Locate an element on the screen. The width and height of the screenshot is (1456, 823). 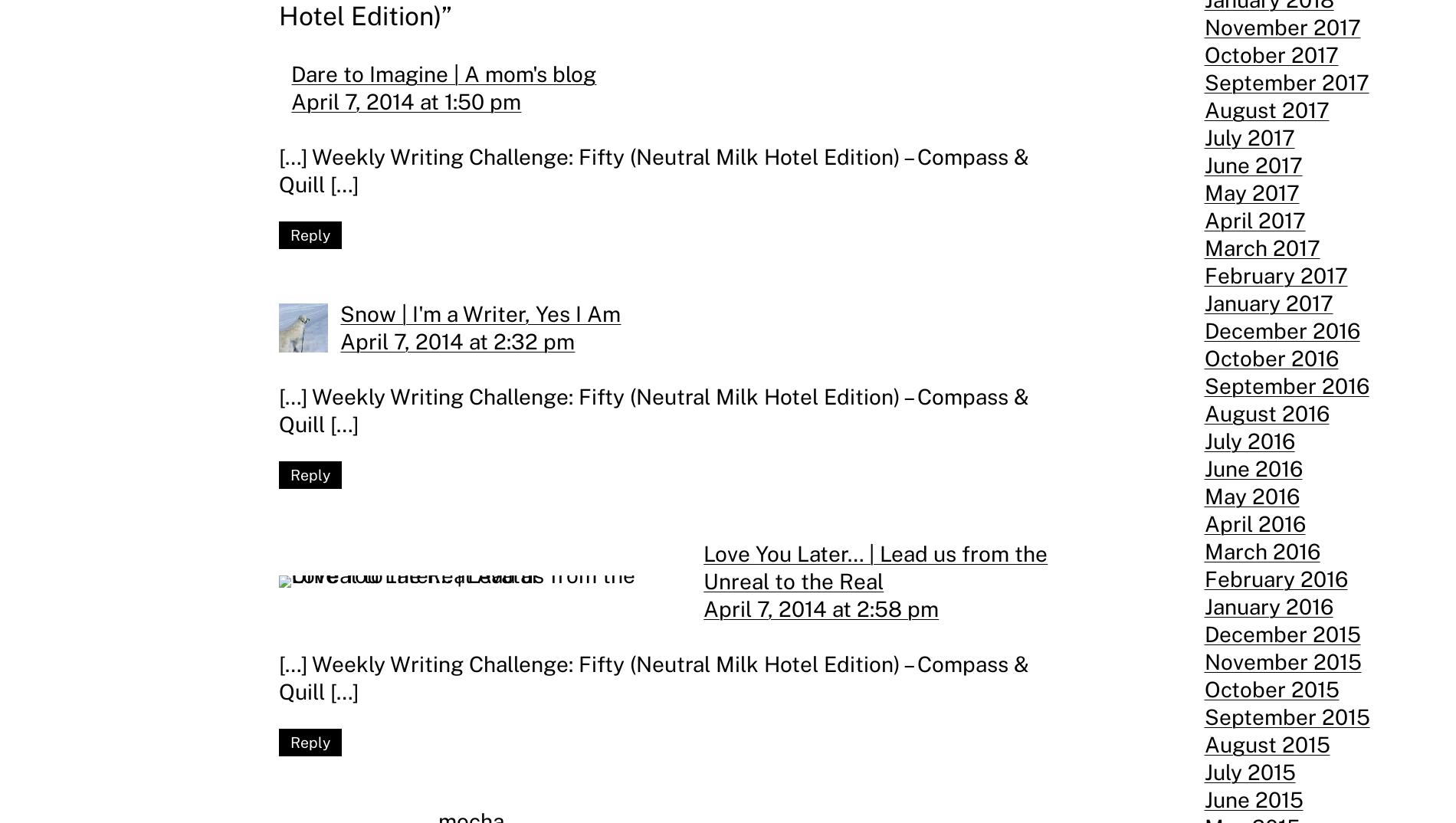
'March 2017' is located at coordinates (1261, 247).